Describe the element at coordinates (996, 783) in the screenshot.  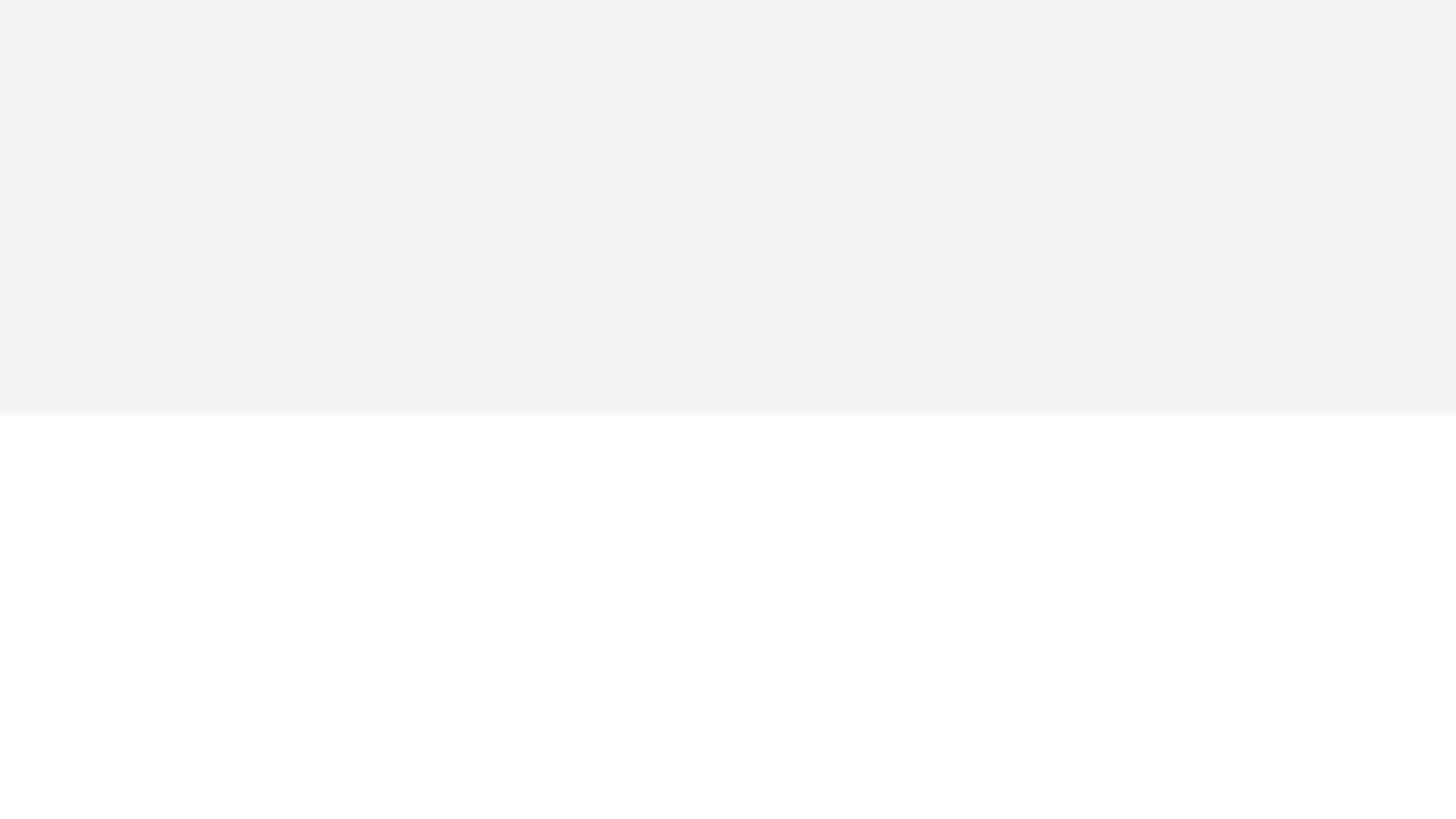
I see `Accept Use of Cookies` at that location.